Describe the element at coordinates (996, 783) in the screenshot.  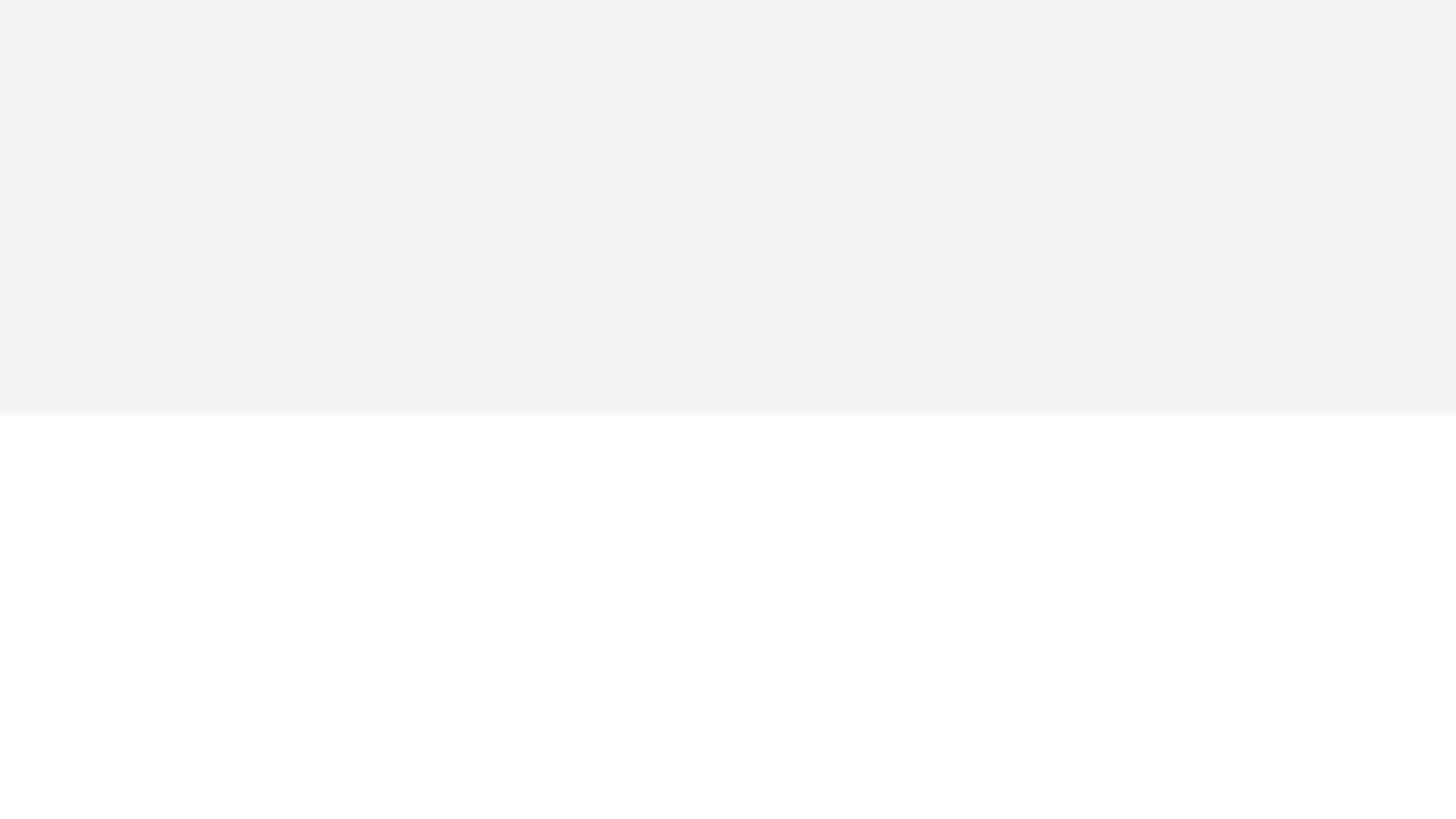
I see `Accept Use of Cookies` at that location.